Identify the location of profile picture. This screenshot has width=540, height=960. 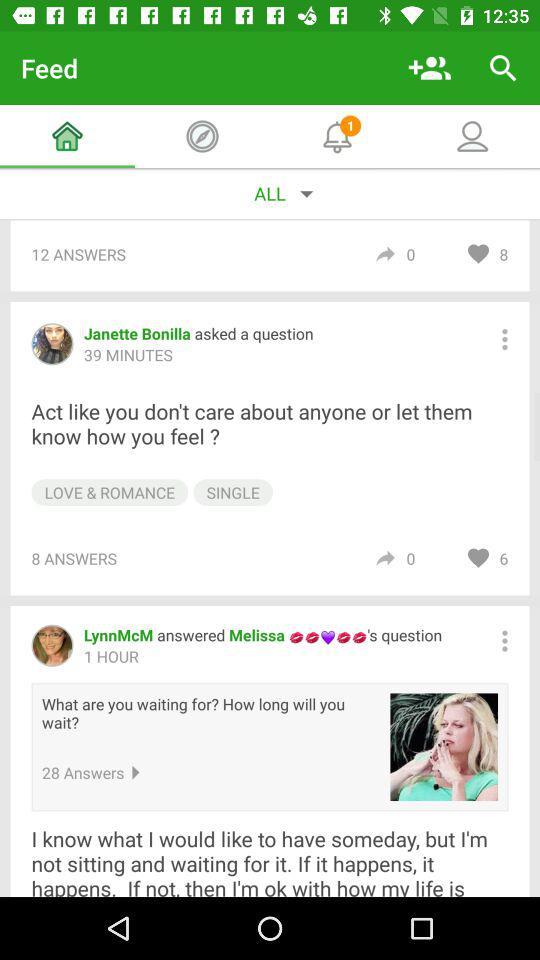
(444, 746).